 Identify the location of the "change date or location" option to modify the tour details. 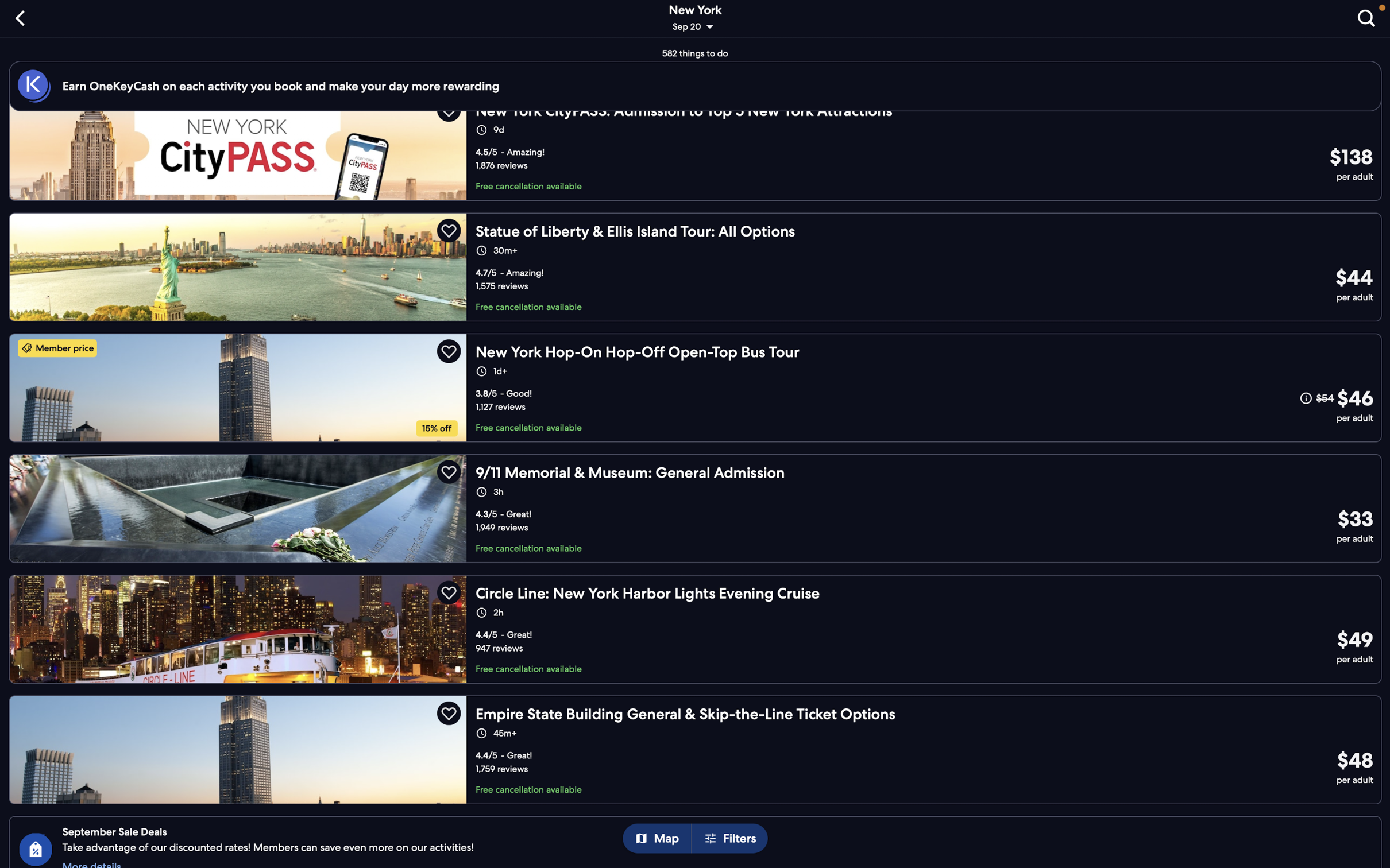
(696, 20).